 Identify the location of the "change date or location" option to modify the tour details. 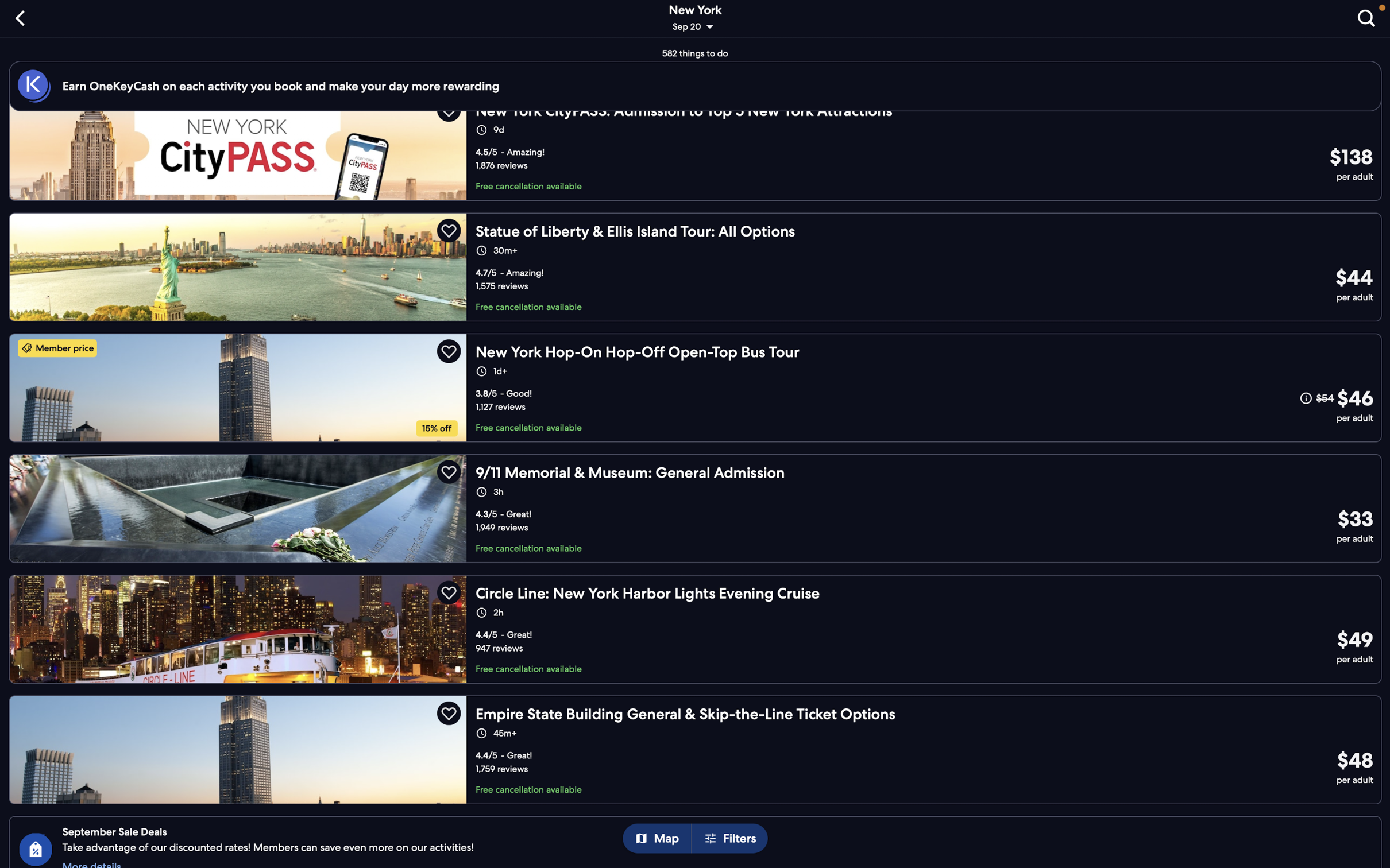
(696, 20).